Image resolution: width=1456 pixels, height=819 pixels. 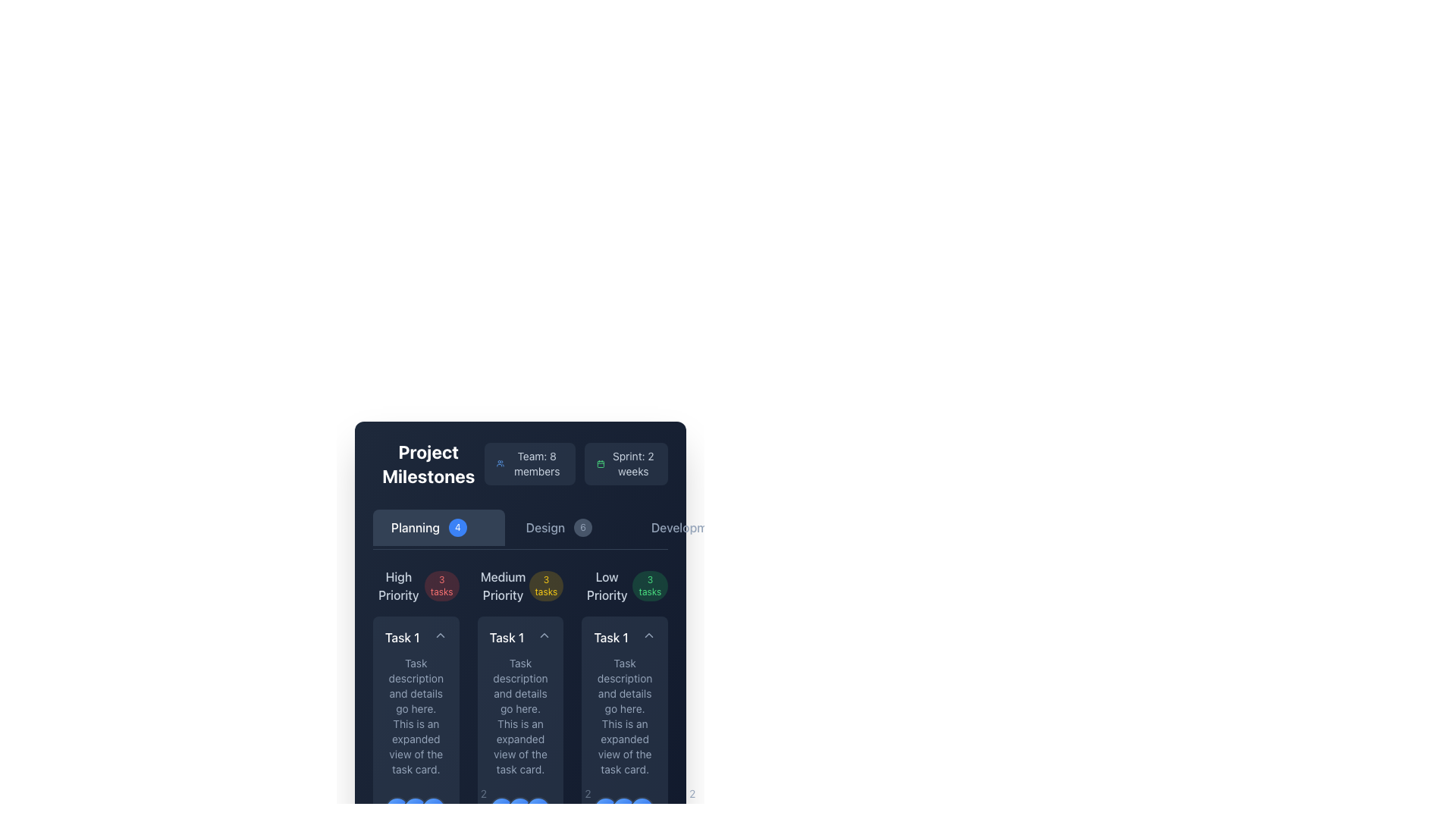 What do you see at coordinates (546, 585) in the screenshot?
I see `displayed text from the Label or Badge indicating the number of tasks associated with the 'Medium Priority' category, located to the right of the 'Medium Priority' label` at bounding box center [546, 585].